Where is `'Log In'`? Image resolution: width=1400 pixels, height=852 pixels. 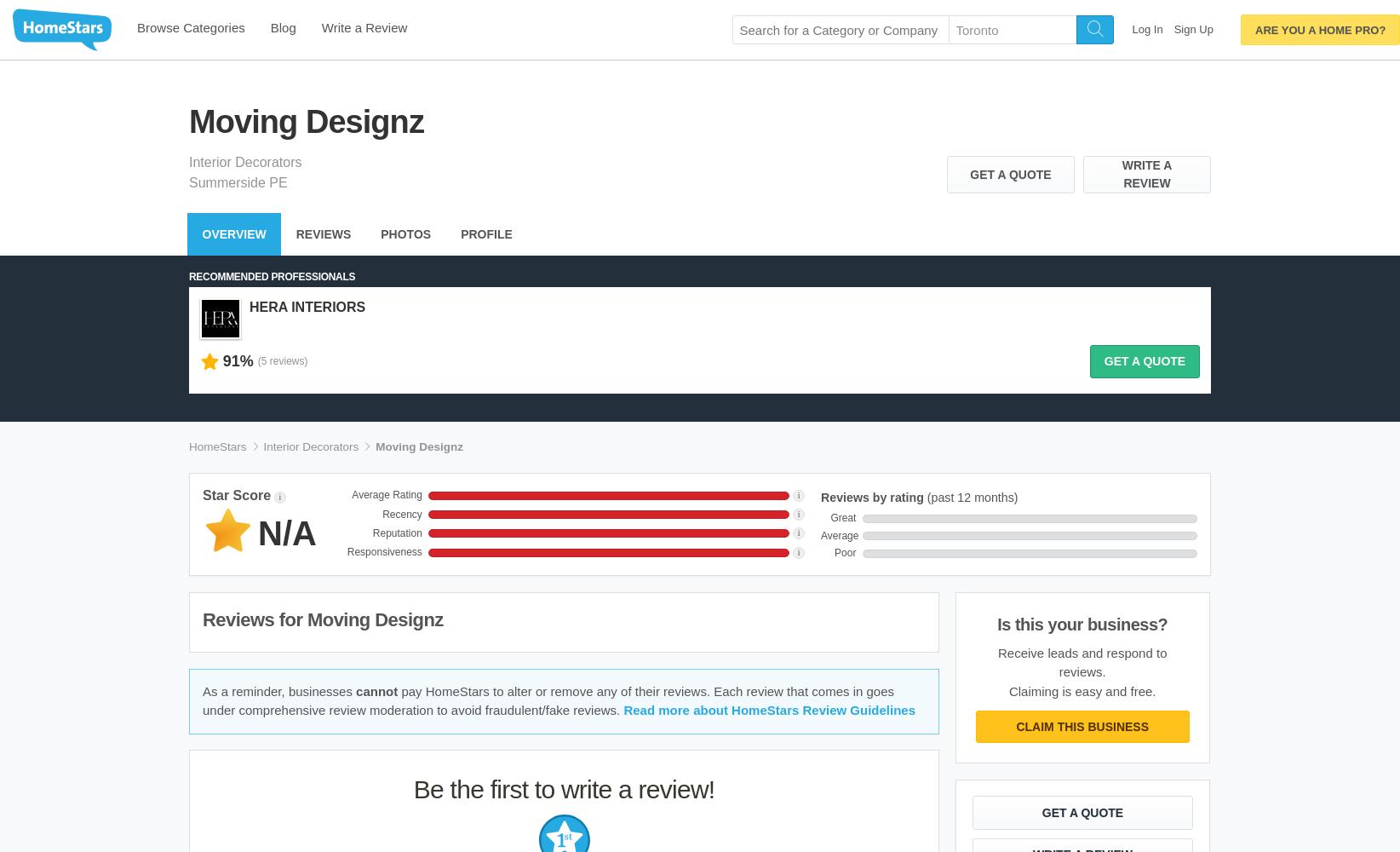
'Log In' is located at coordinates (1132, 28).